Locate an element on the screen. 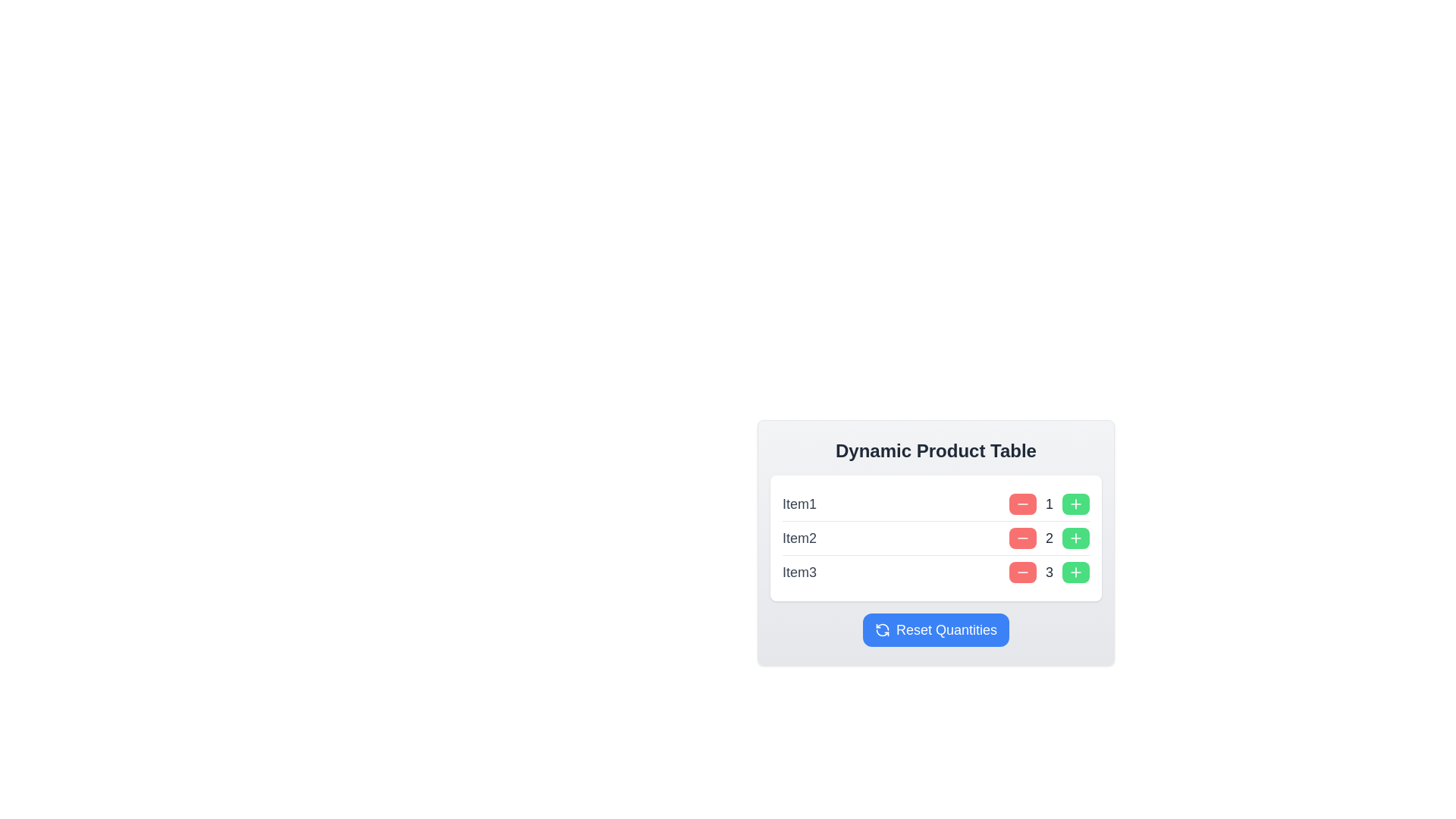 The width and height of the screenshot is (1456, 819). the label identifying the item in the top row of the 'Dynamic Product Table' is located at coordinates (799, 504).